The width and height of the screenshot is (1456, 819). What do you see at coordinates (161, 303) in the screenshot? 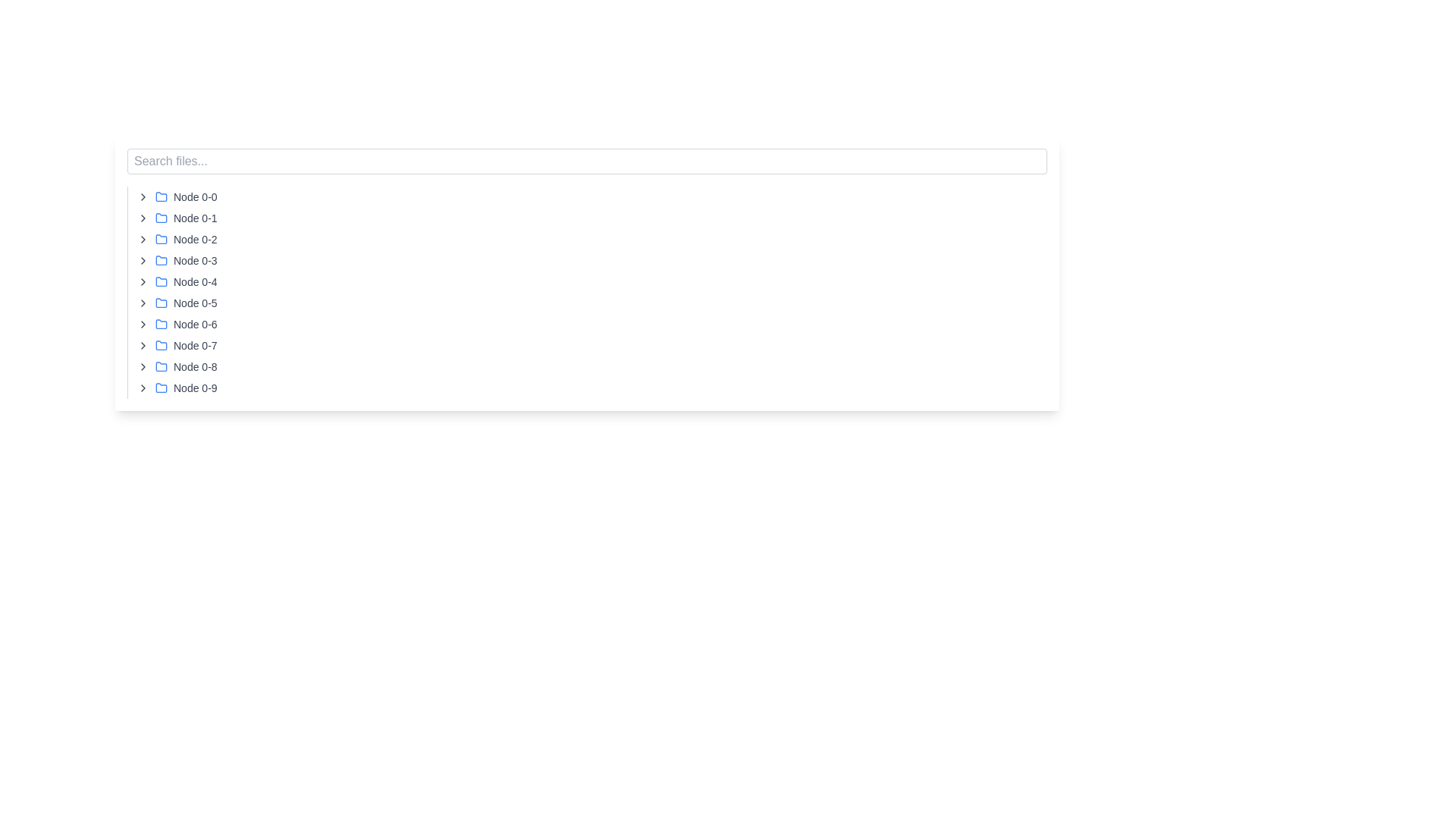
I see `the blue folder icon located next to the text 'Node 0-5' in the file explorer list, which is the third icon in the sequence` at bounding box center [161, 303].